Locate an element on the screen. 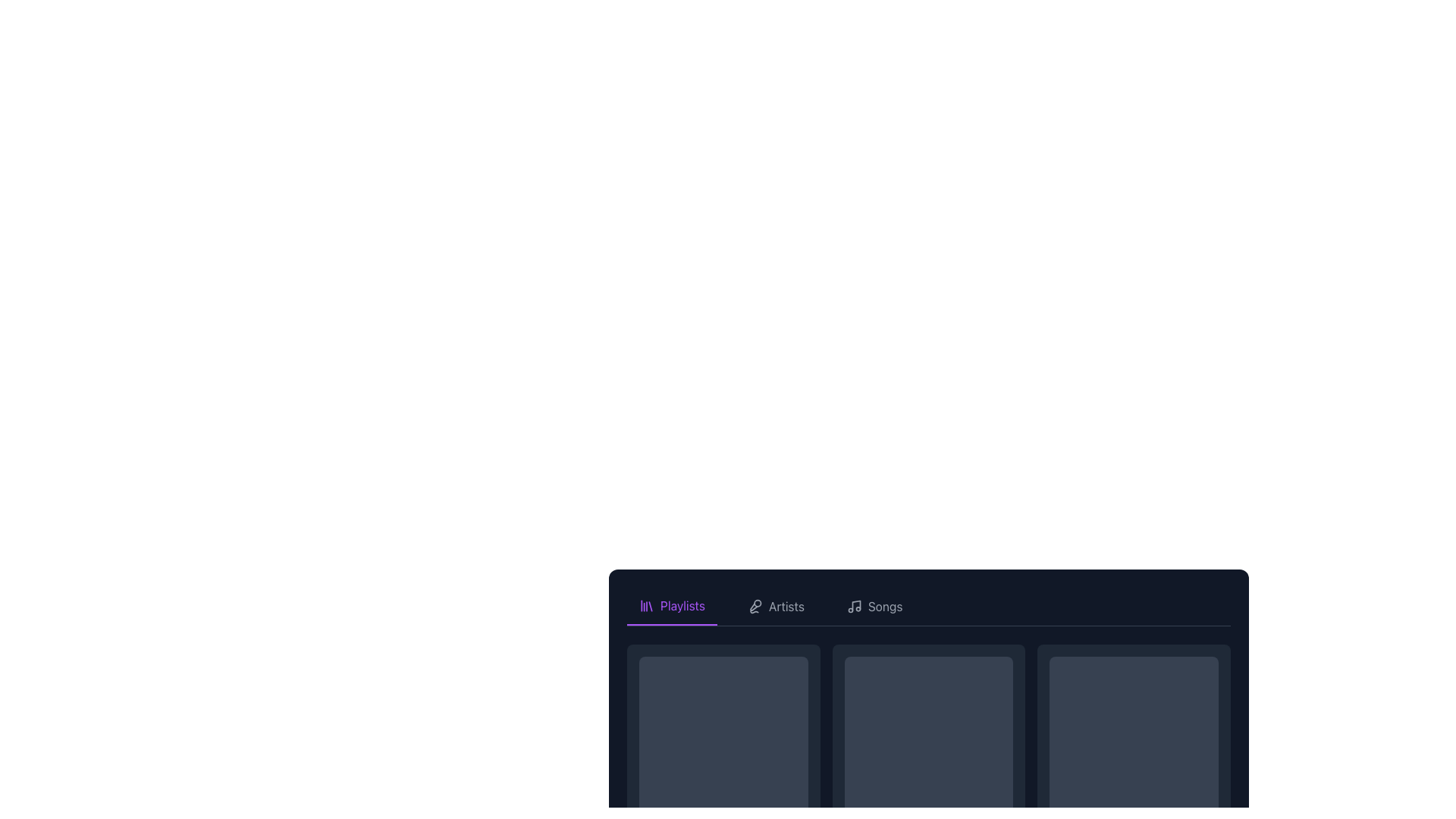 The width and height of the screenshot is (1456, 819). the dark gray block element with rounded corners located in the midsection of the playlist layout is located at coordinates (927, 678).